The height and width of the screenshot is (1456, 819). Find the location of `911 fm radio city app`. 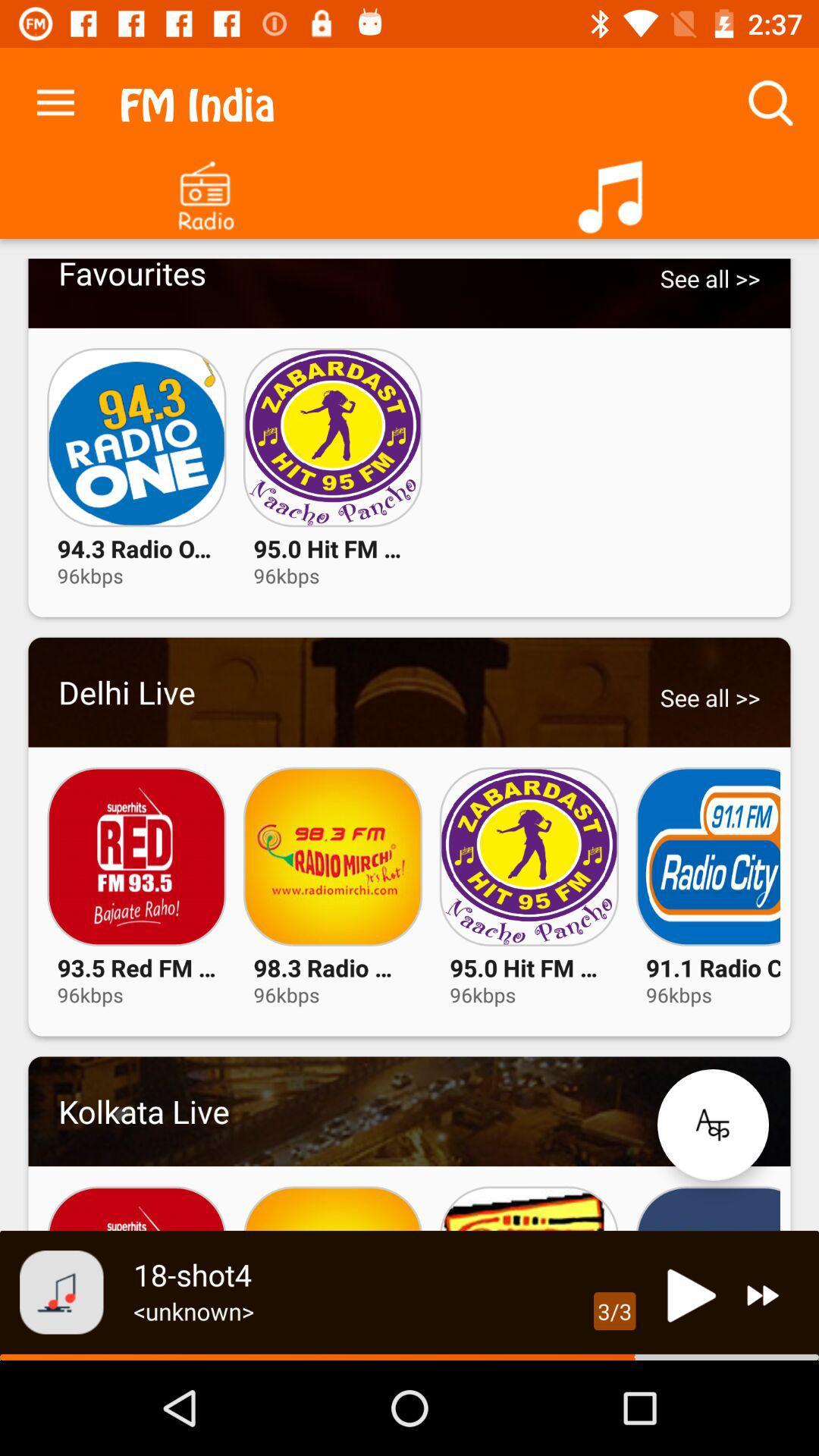

911 fm radio city app is located at coordinates (708, 856).